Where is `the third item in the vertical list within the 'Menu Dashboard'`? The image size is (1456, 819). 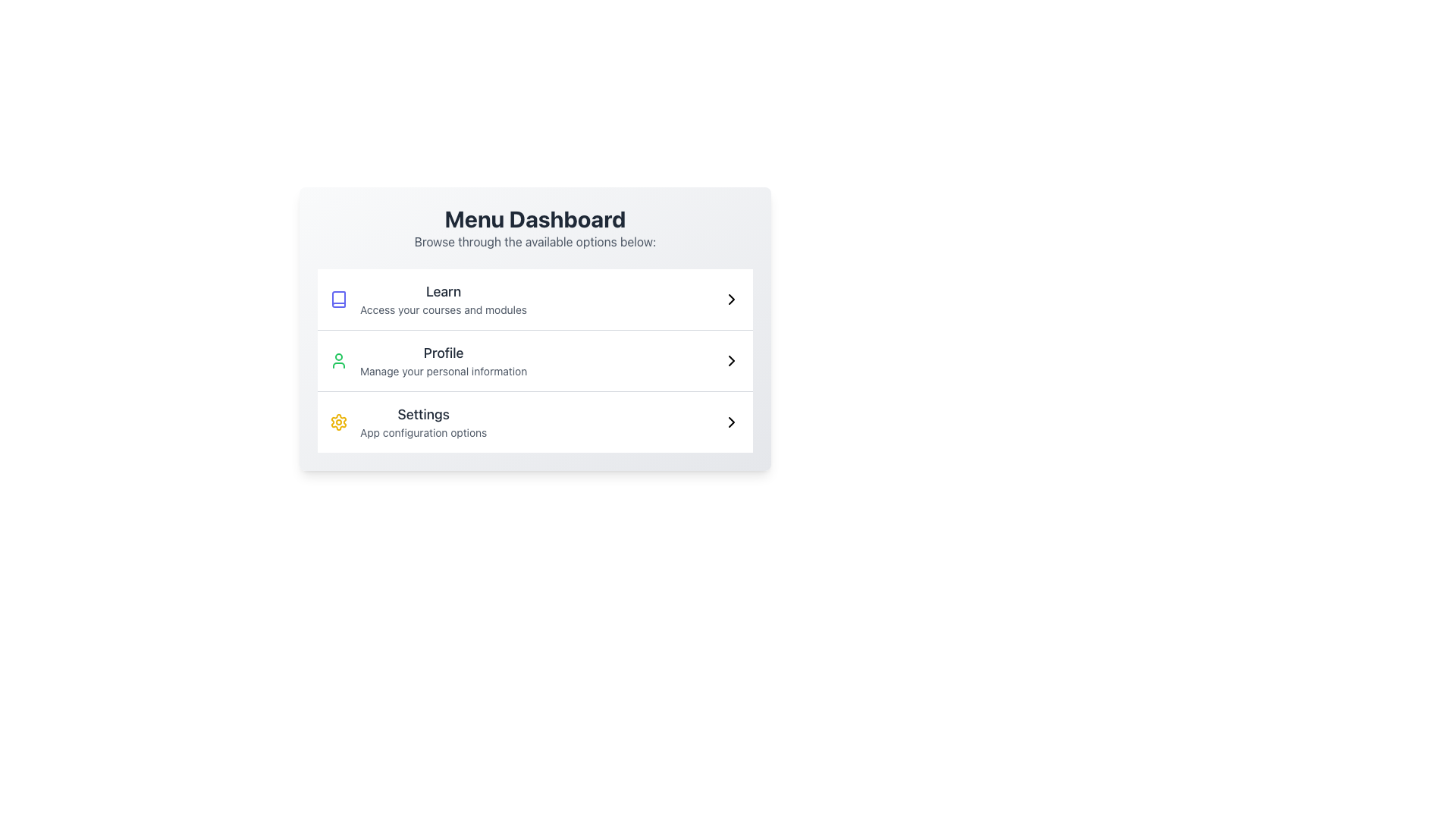 the third item in the vertical list within the 'Menu Dashboard' is located at coordinates (535, 422).